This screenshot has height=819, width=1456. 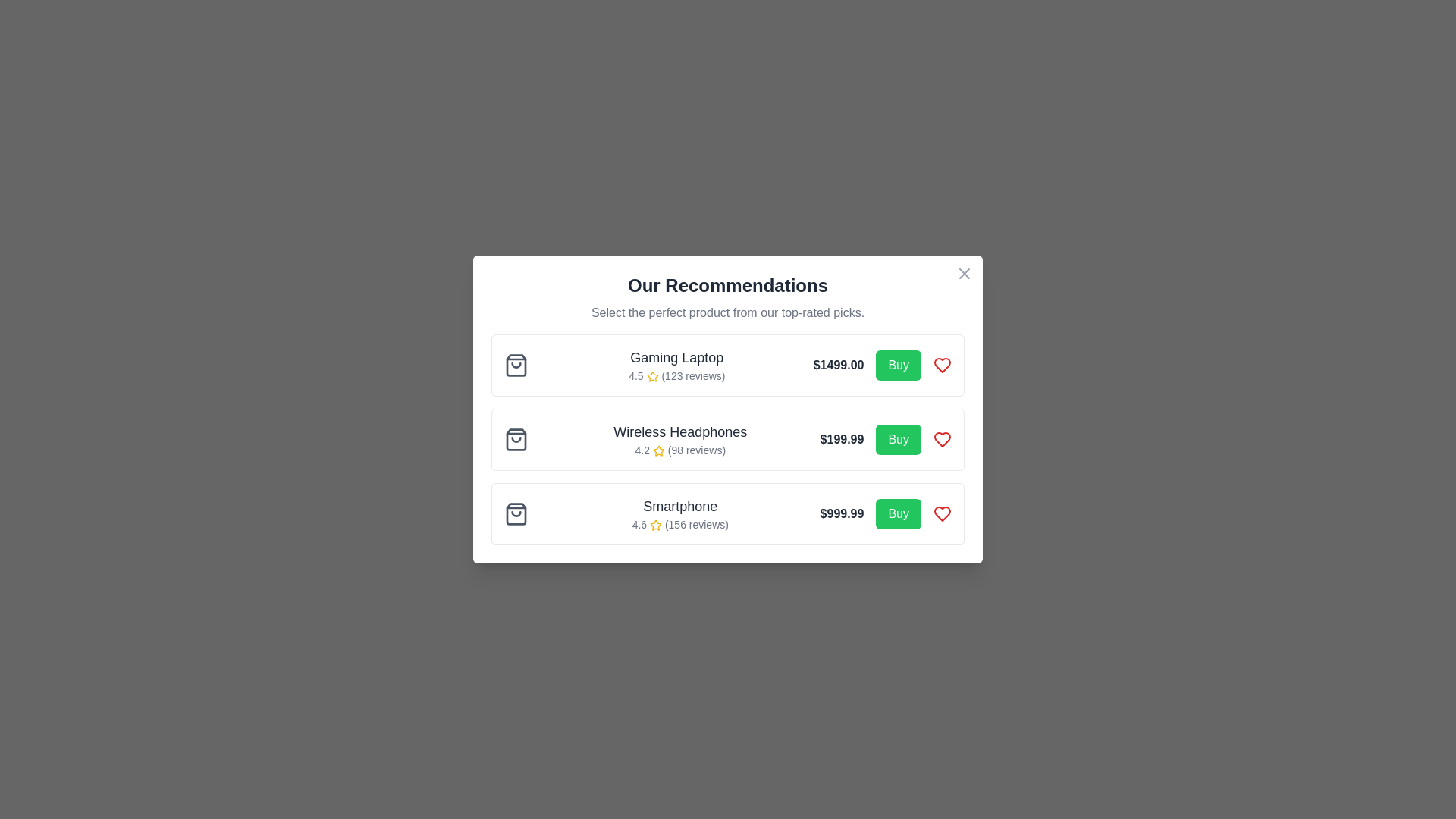 What do you see at coordinates (679, 513) in the screenshot?
I see `the Informational Display element located in the third row of the 'Our Recommendations' section, which provides product details including name and user ratings` at bounding box center [679, 513].